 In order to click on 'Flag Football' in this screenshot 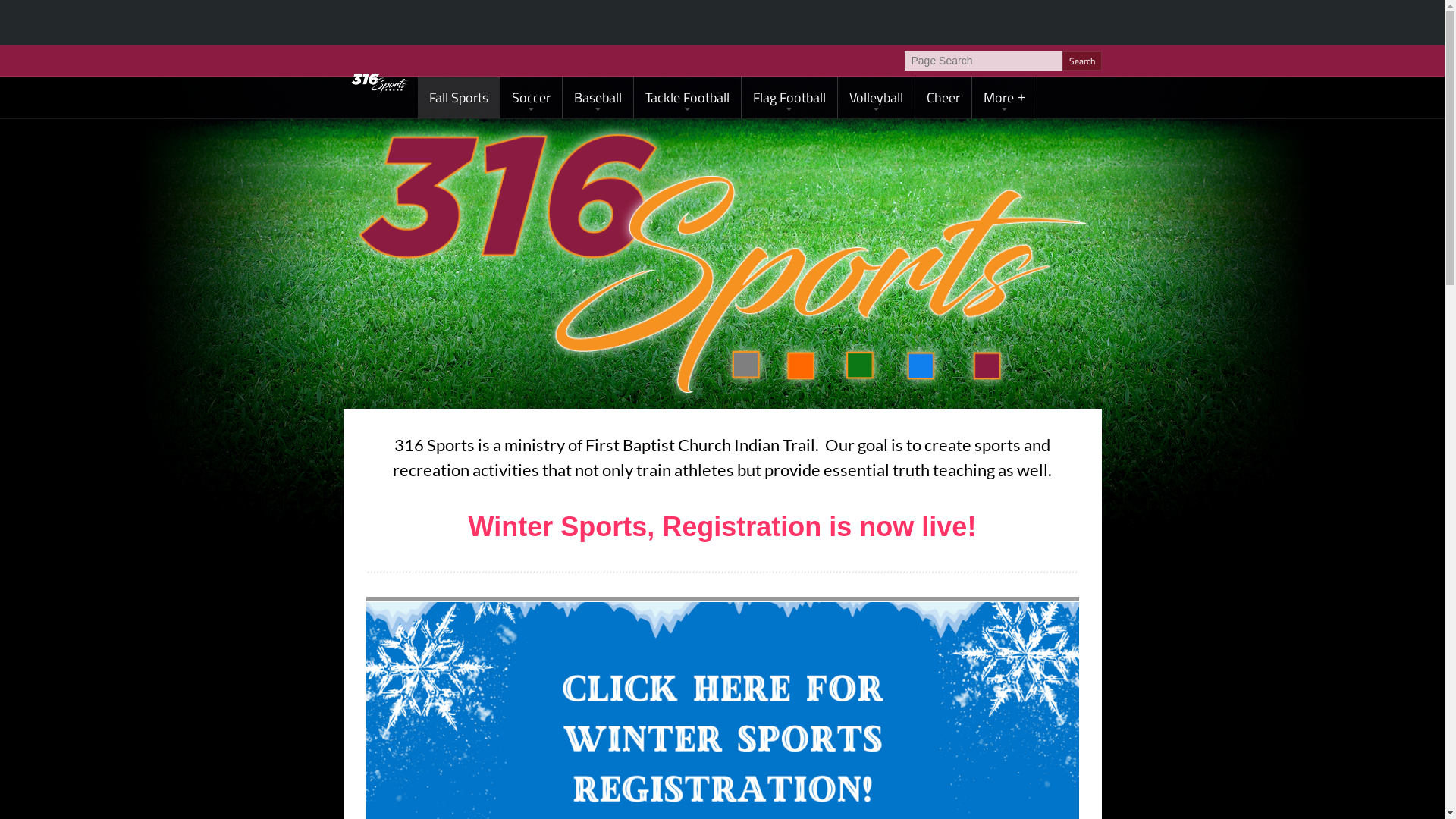, I will do `click(789, 97)`.